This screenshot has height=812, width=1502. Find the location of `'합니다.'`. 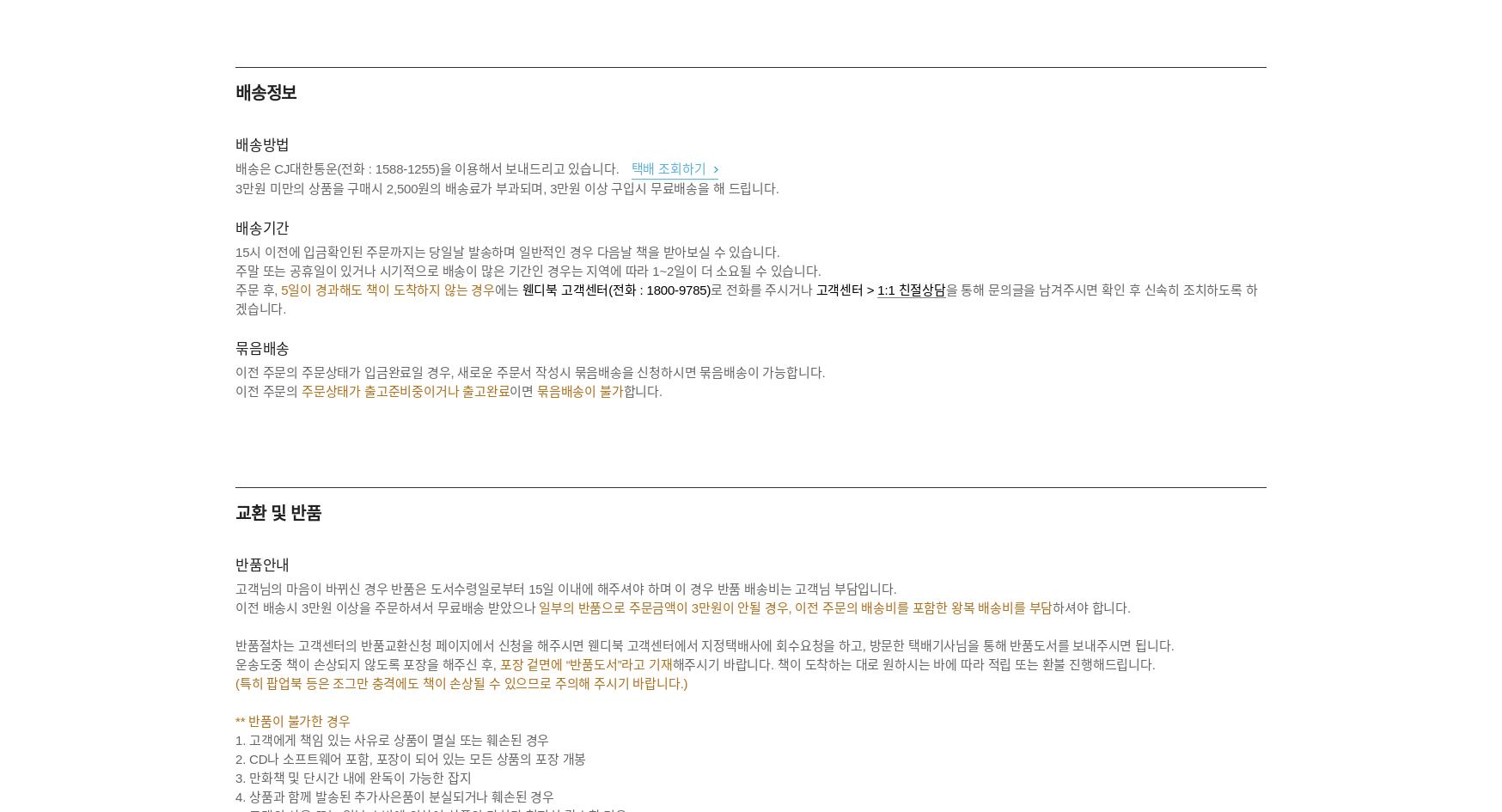

'합니다.' is located at coordinates (641, 391).